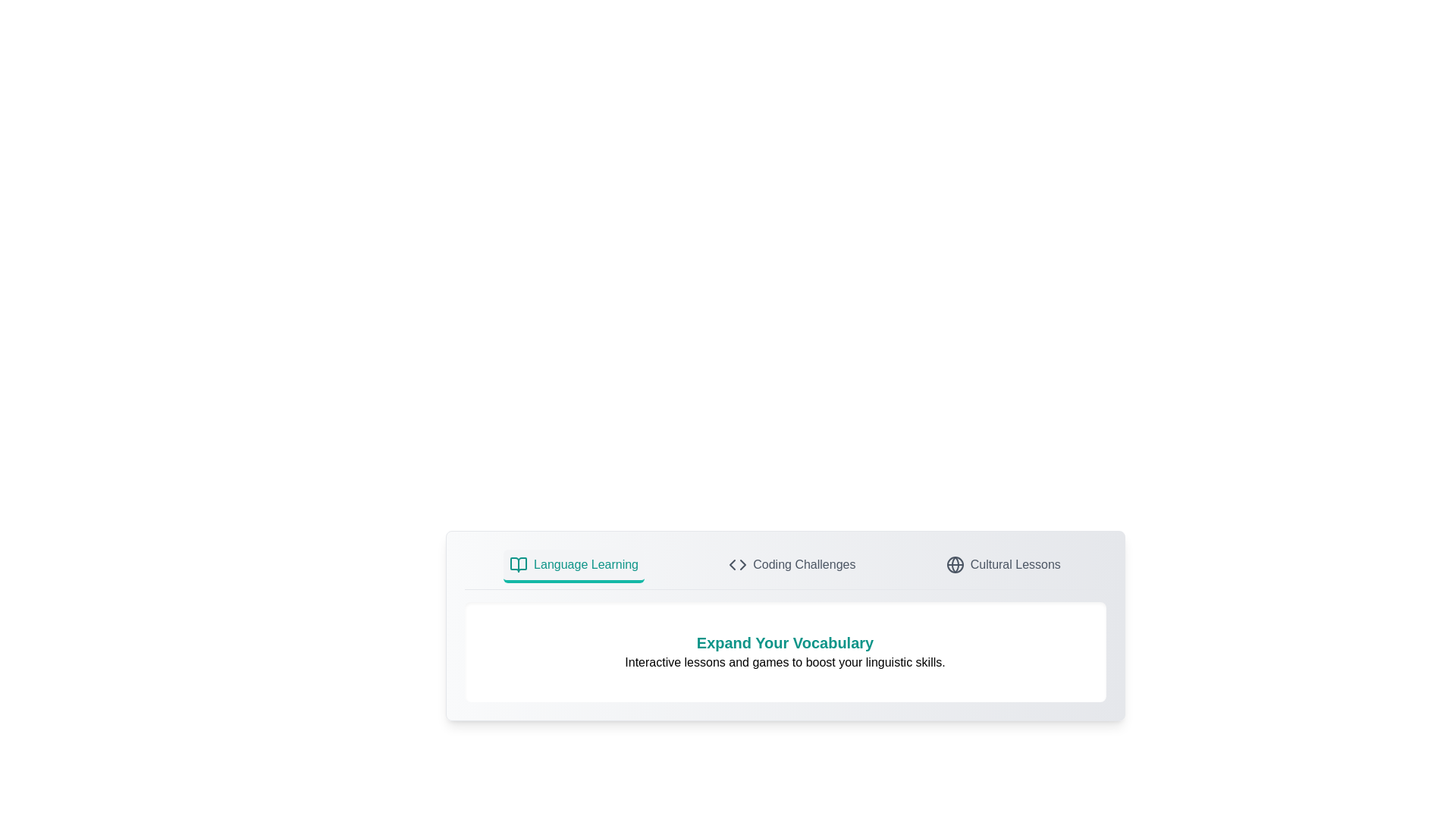 The width and height of the screenshot is (1456, 819). What do you see at coordinates (573, 566) in the screenshot?
I see `the tab labeled 'Language Learning' to preview its label or icon` at bounding box center [573, 566].